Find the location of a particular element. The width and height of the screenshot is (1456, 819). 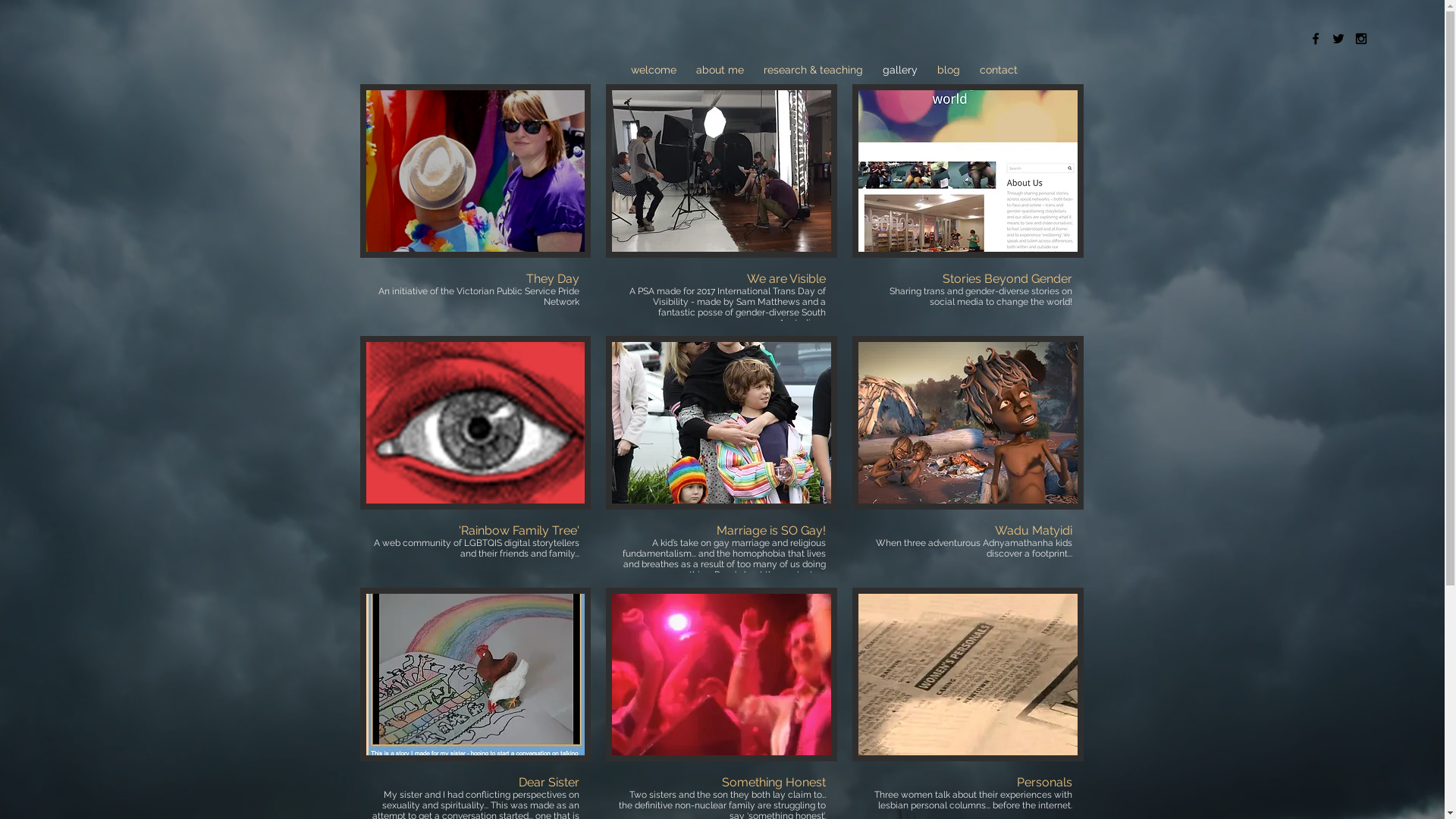

'research & teaching' is located at coordinates (812, 70).